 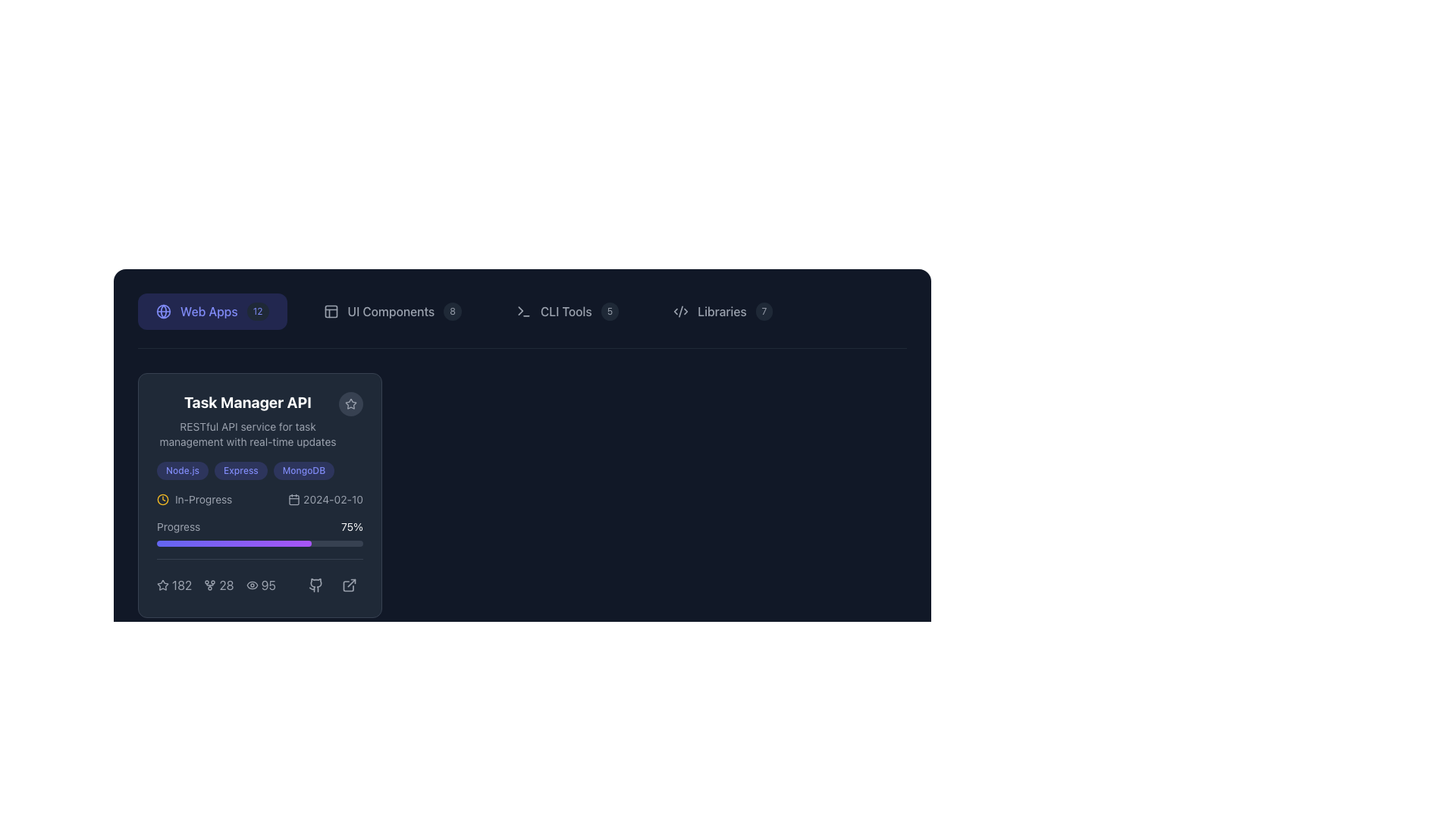 I want to click on the Date display with accompanying icon located in the 'Task Manager API' section, positioned to the right of the label 'In-Progress', so click(x=325, y=500).